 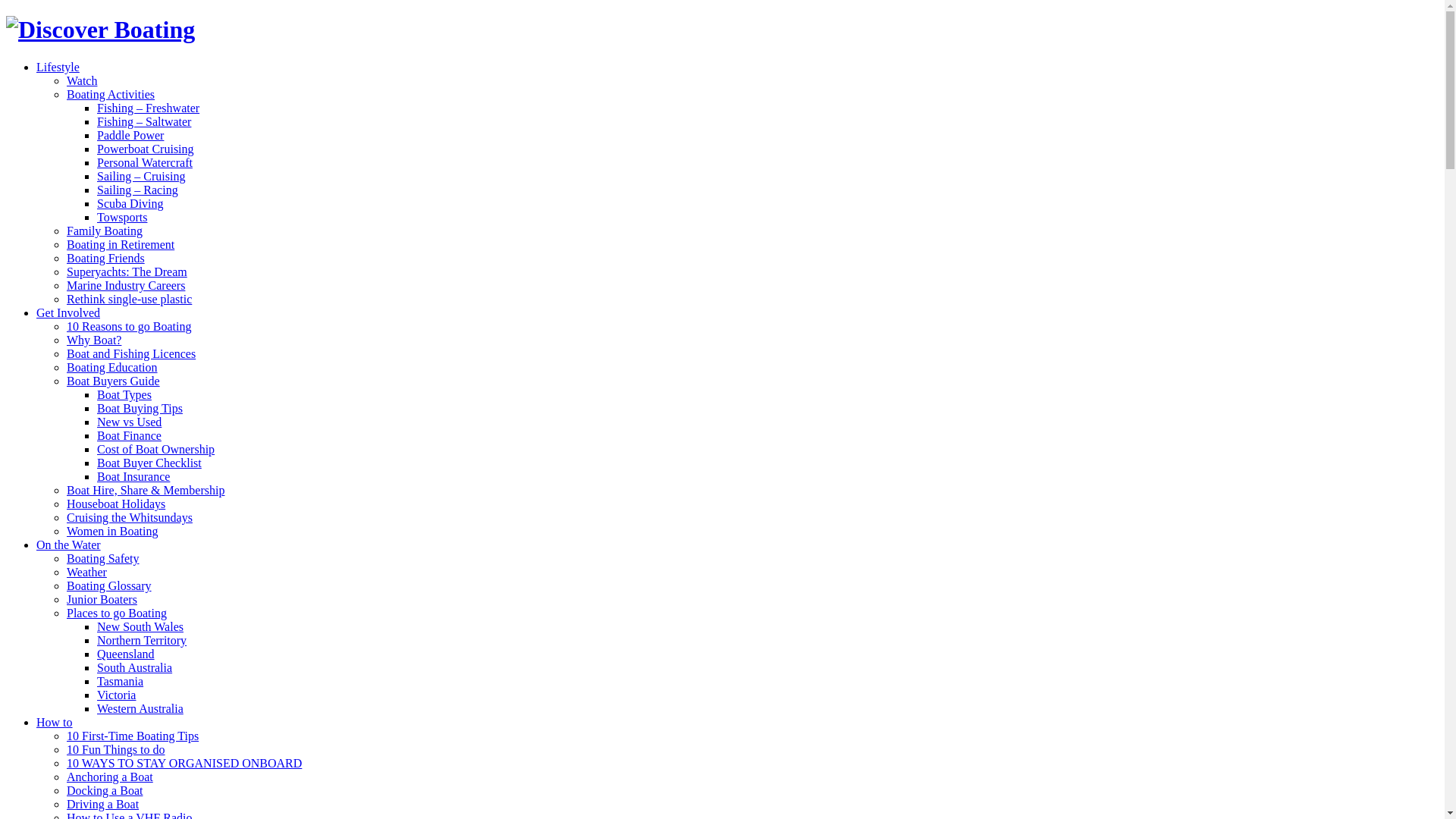 What do you see at coordinates (65, 572) in the screenshot?
I see `'Weather'` at bounding box center [65, 572].